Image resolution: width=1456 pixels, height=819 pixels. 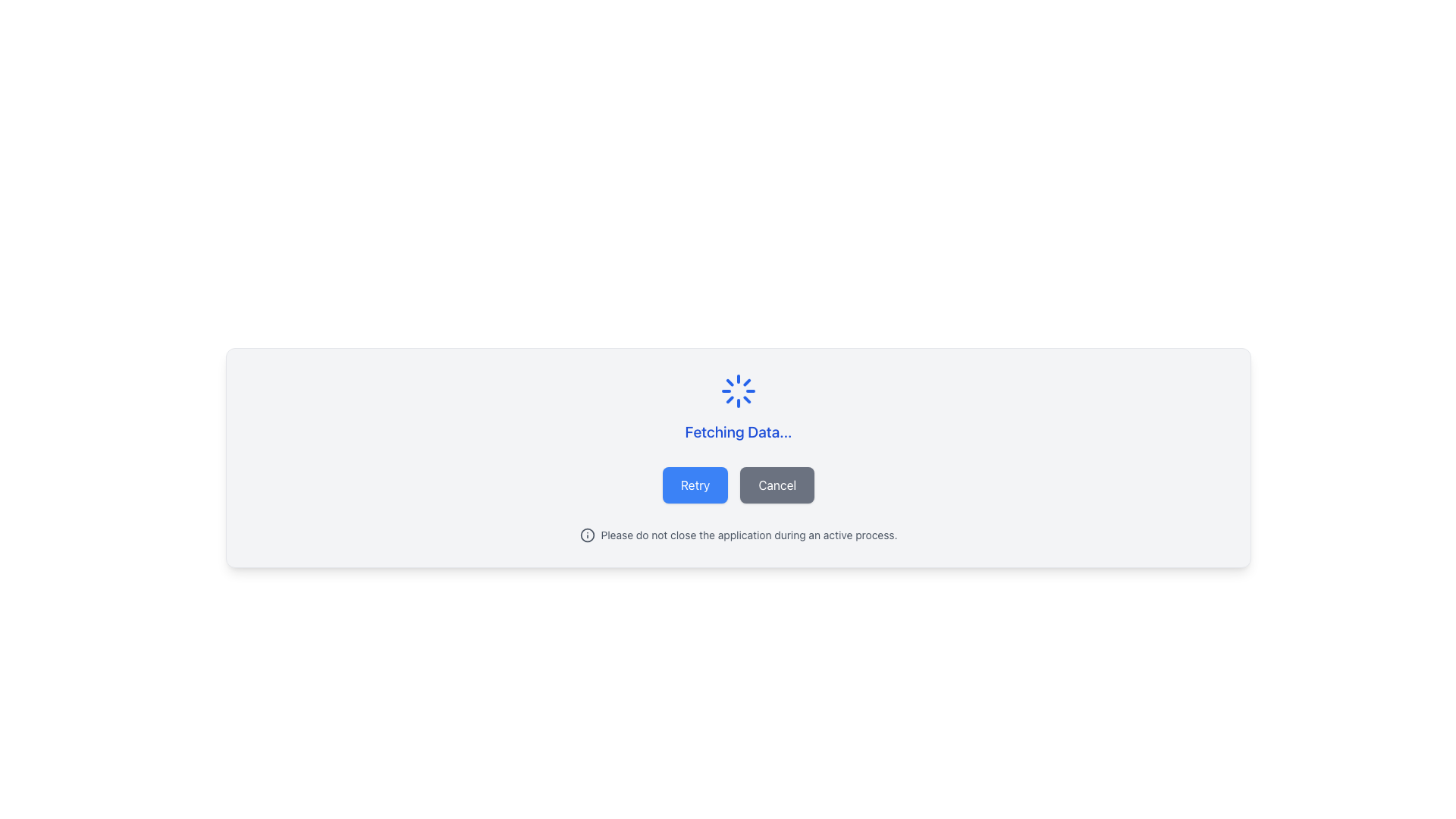 I want to click on the SVG Circle element that serves as the outermost circular boundary of a rounded icon, located between a text section and buttons, so click(x=586, y=534).